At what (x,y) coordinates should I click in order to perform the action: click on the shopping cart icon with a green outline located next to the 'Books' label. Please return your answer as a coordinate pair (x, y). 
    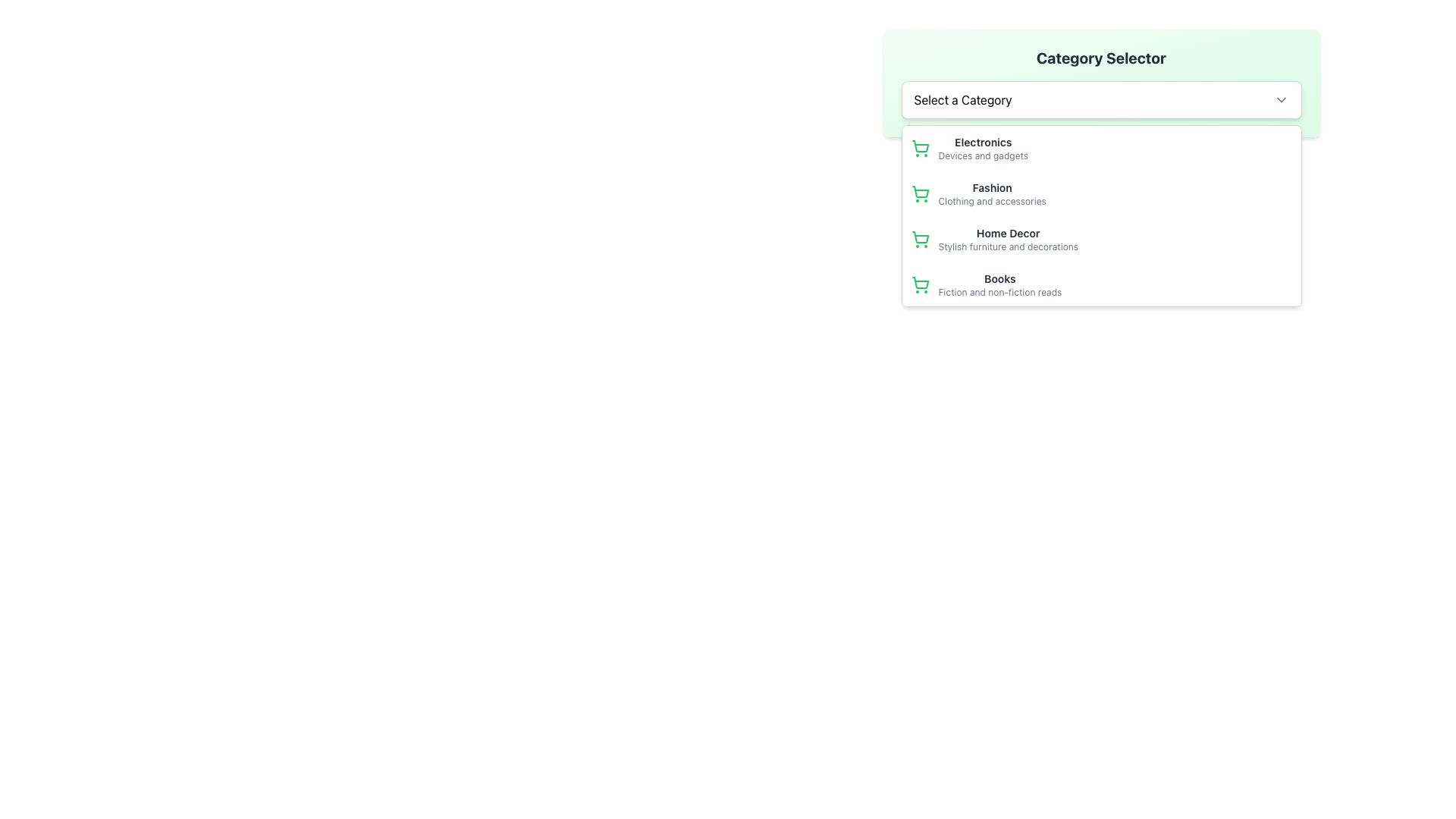
    Looking at the image, I should click on (919, 284).